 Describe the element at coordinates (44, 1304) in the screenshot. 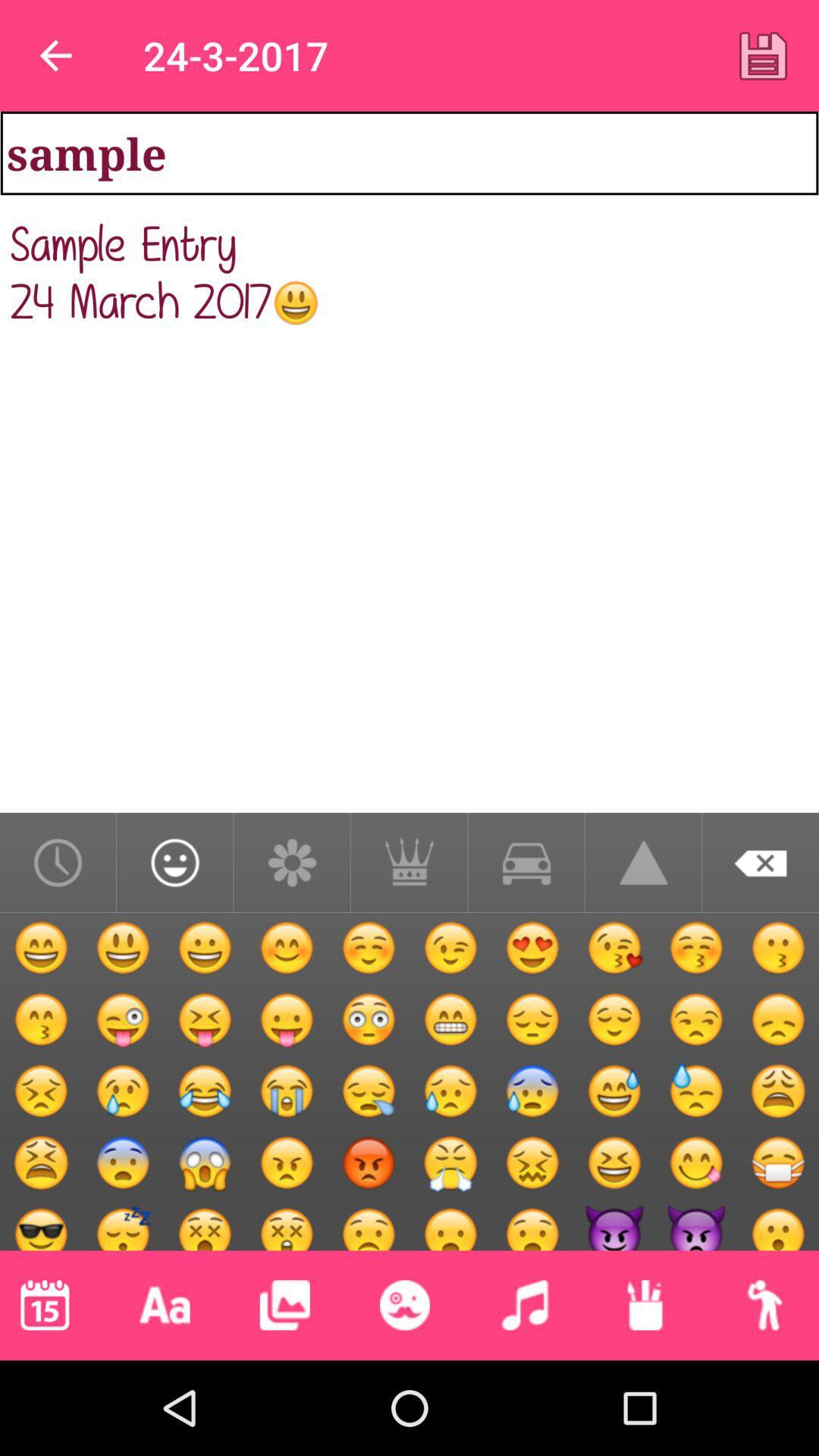

I see `the date_range icon` at that location.